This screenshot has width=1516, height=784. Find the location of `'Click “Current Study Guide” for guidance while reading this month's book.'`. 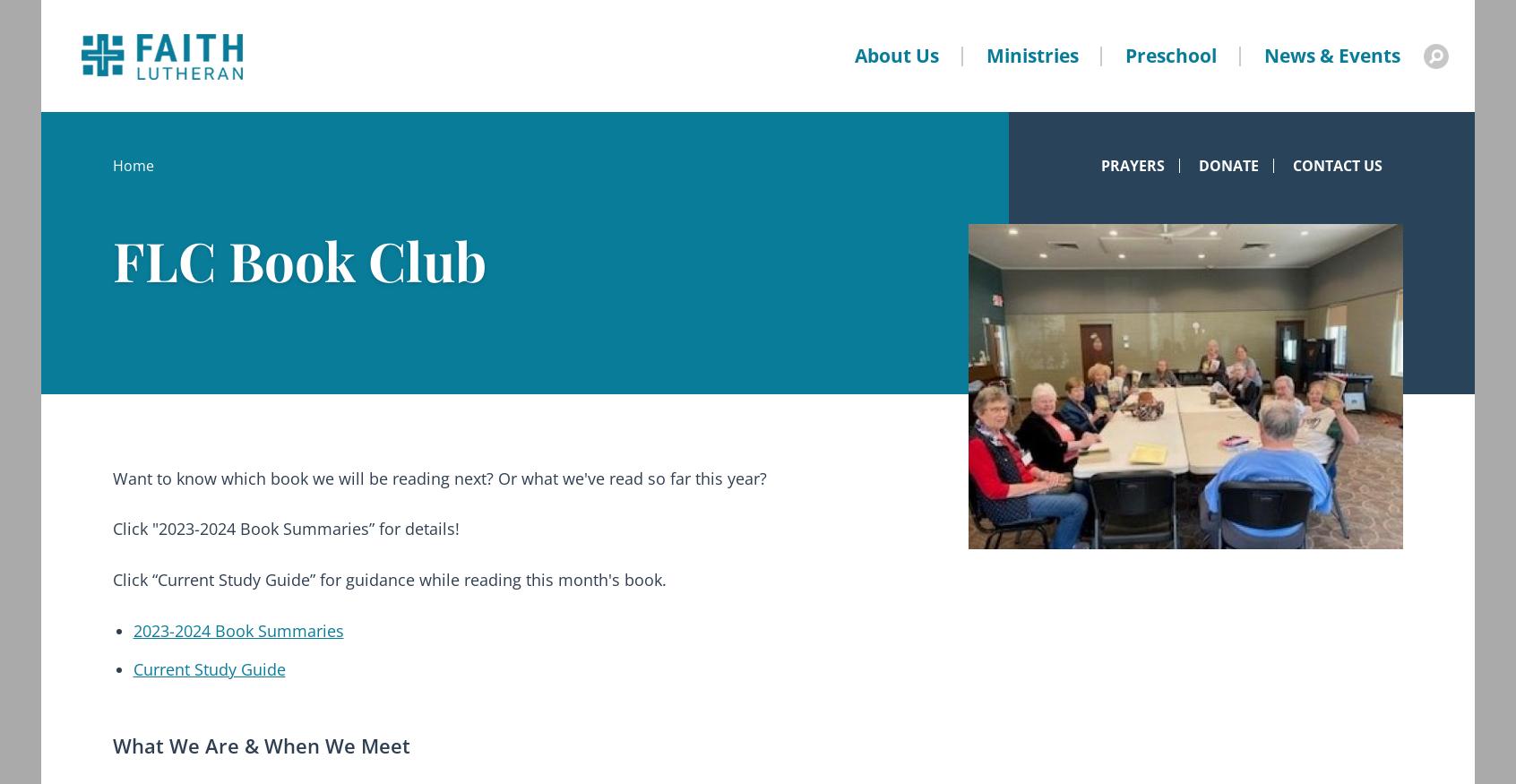

'Click “Current Study Guide” for guidance while reading this month's book.' is located at coordinates (389, 578).